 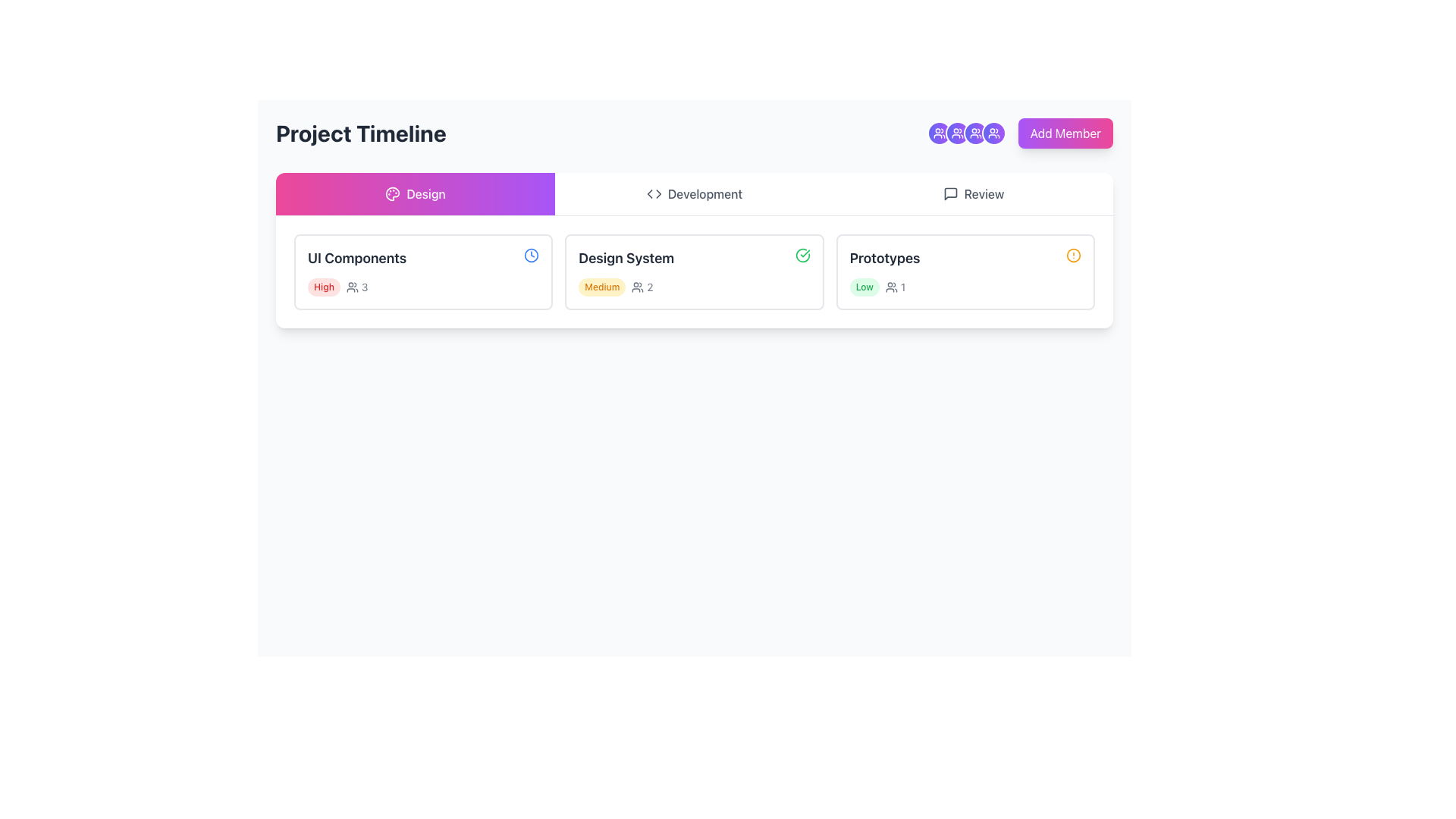 What do you see at coordinates (802, 254) in the screenshot?
I see `the circular green icon with a hollow checkmark located to the right of the 'Design System' text in the second card of the list` at bounding box center [802, 254].